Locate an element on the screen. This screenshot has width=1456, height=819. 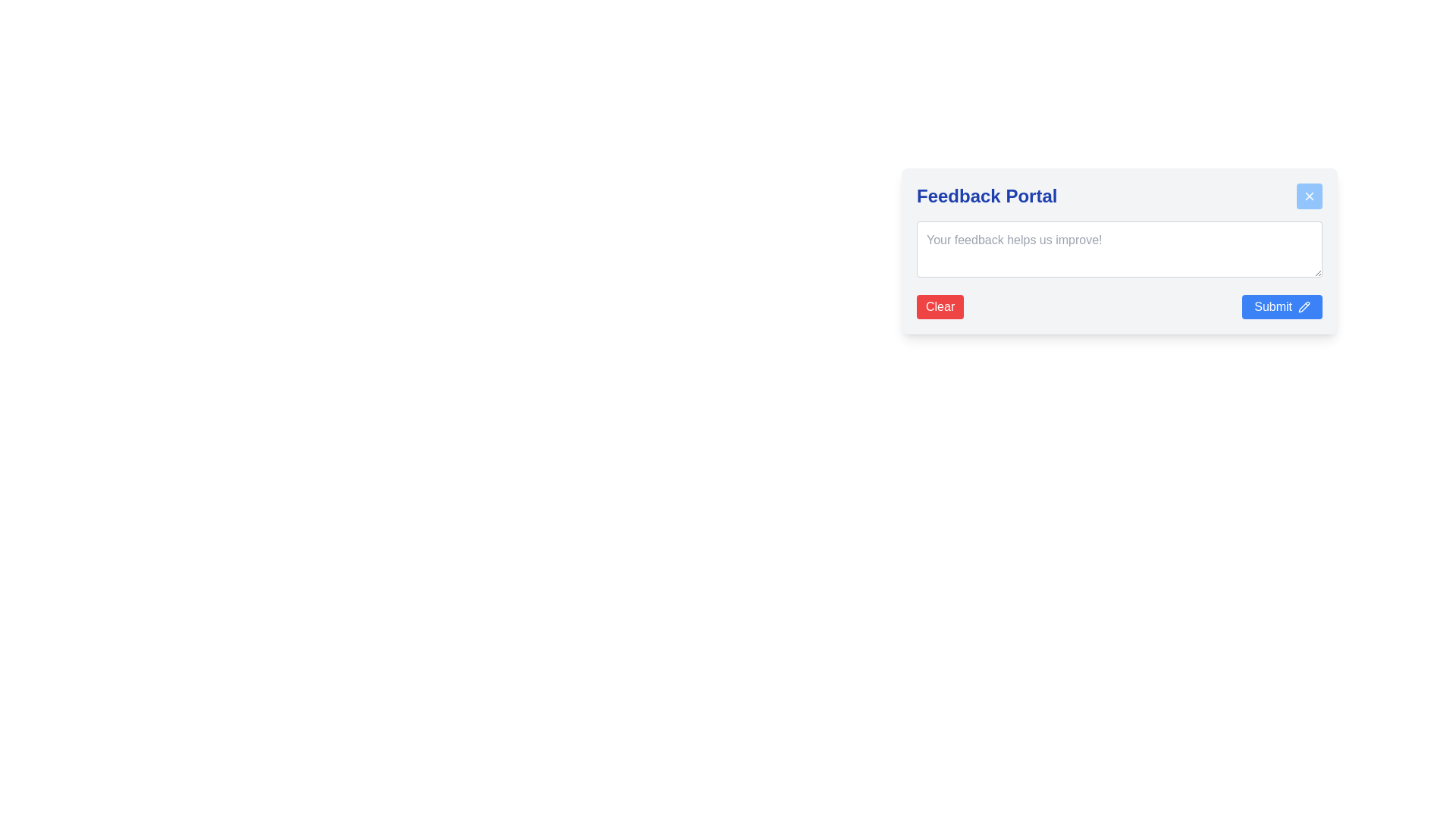
the pencil icon, which is part of the 'Submit' button in the 'Feedback Portal' modal is located at coordinates (1303, 307).